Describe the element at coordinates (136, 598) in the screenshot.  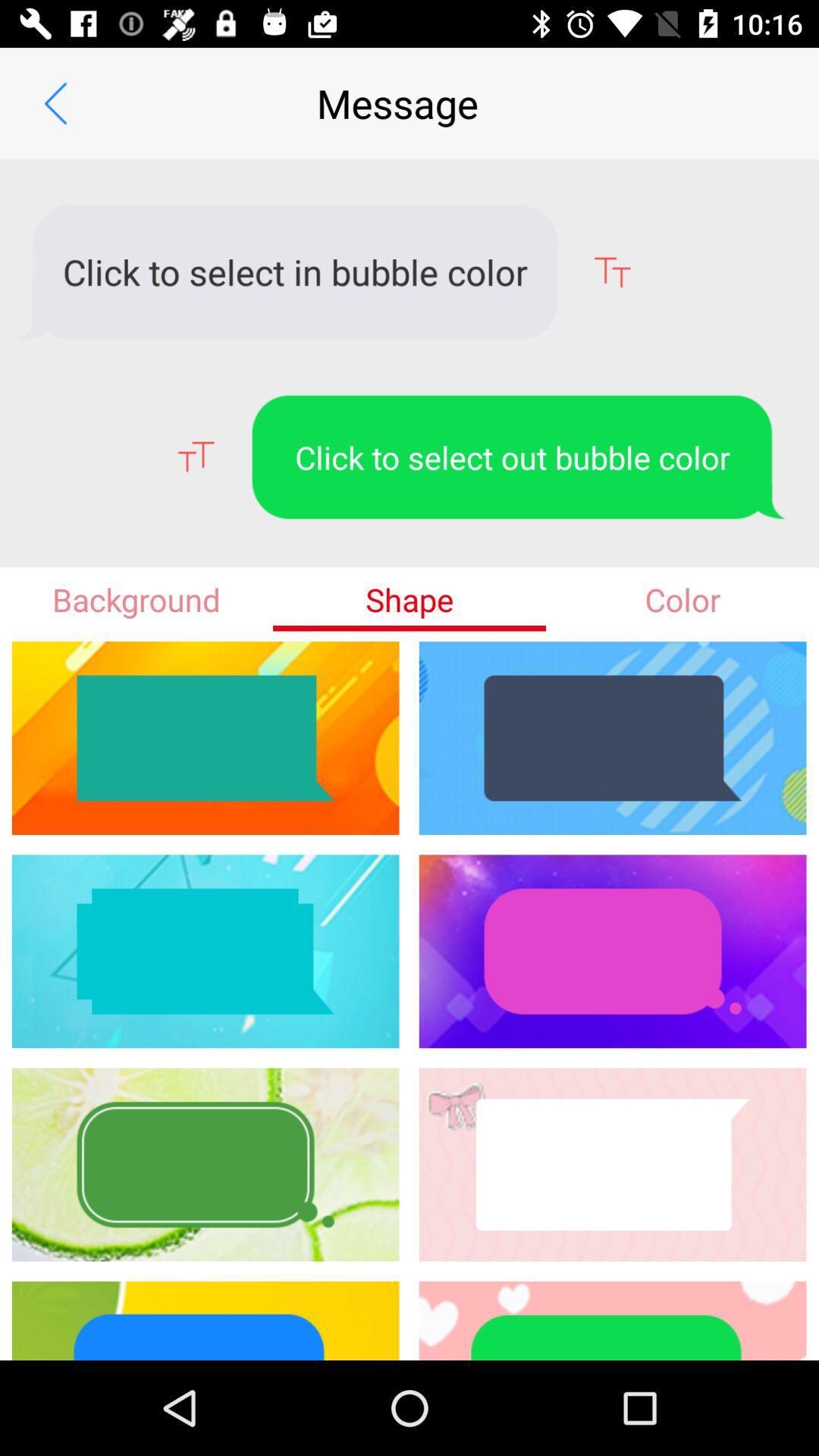
I see `the icon next to the shape` at that location.